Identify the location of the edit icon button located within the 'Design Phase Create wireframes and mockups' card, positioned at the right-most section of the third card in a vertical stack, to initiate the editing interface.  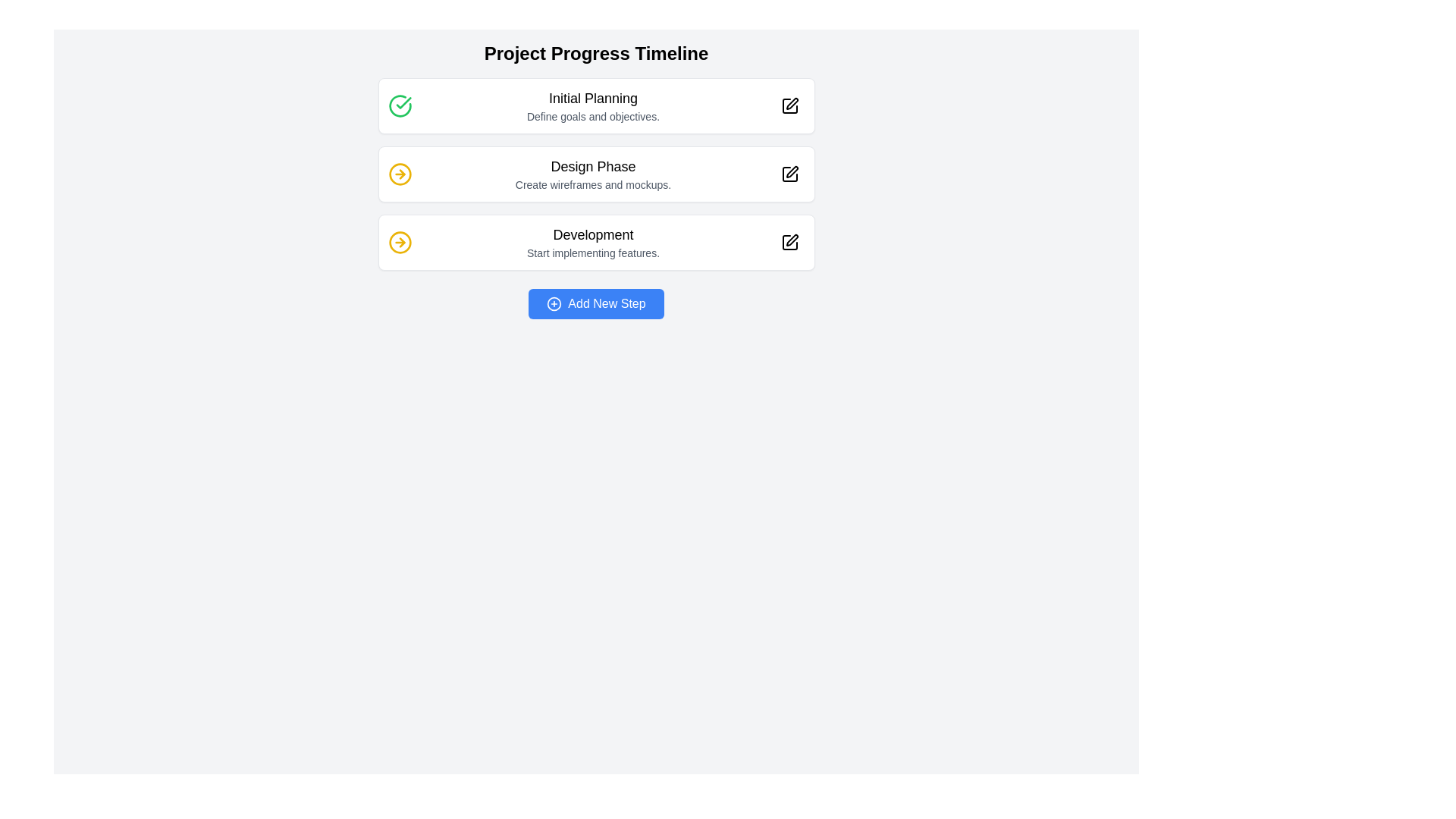
(789, 174).